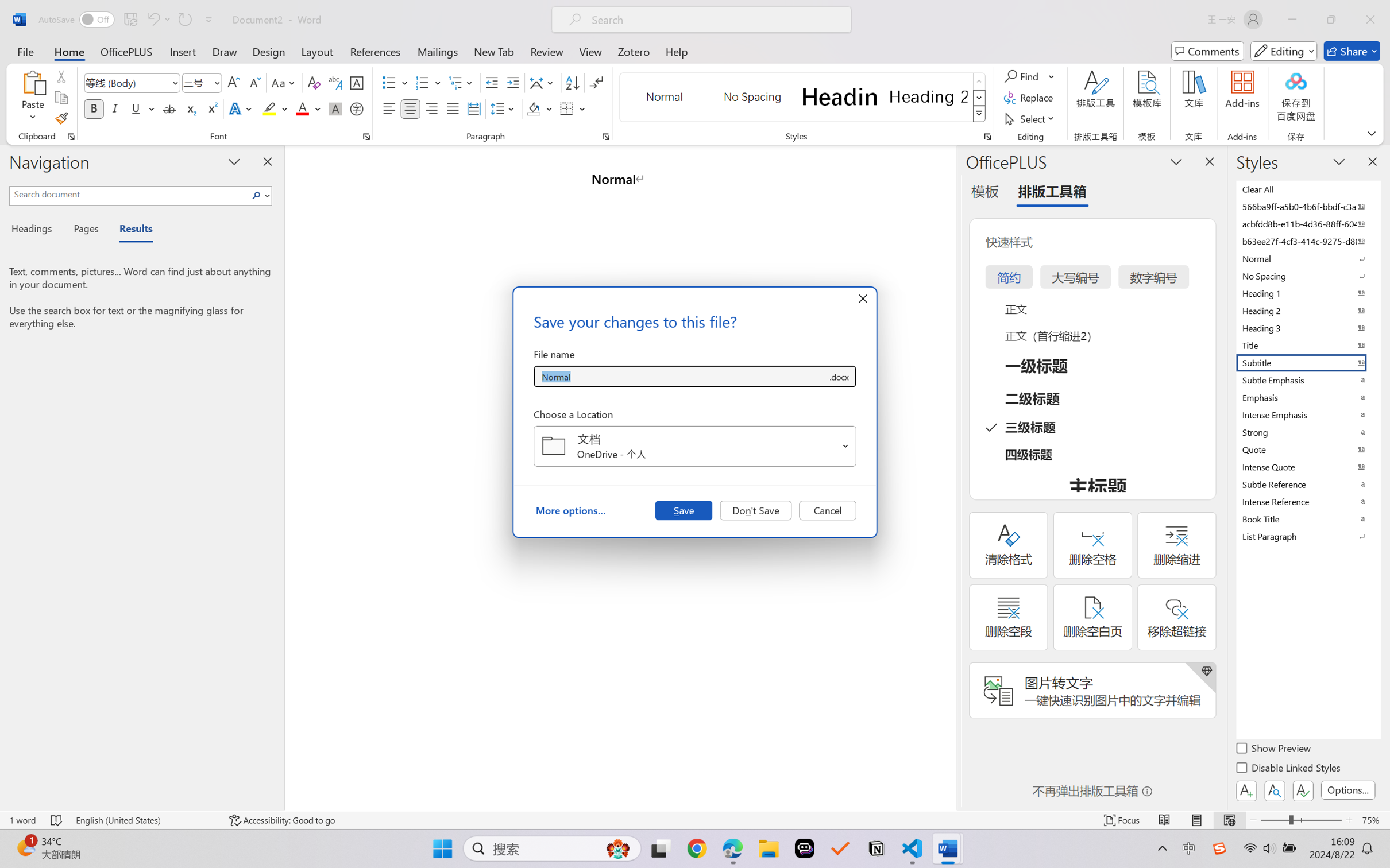 The height and width of the screenshot is (868, 1390). I want to click on 'Google Chrome', so click(697, 848).